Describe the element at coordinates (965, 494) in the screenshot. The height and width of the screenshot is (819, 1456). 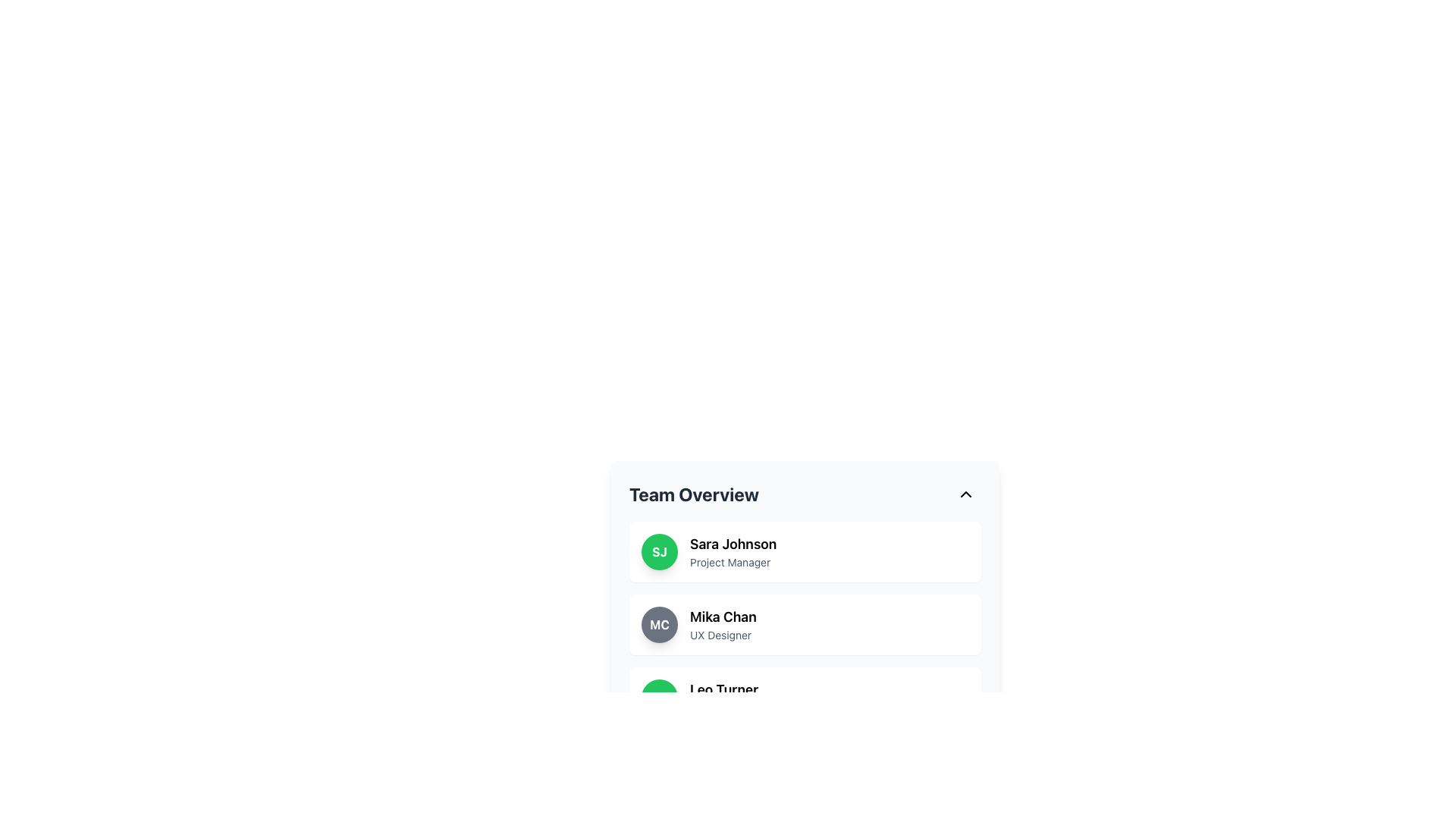
I see `the circular button with a light gray background and an upward-facing chevron icon located to the right of the 'Team Overview' section title` at that location.